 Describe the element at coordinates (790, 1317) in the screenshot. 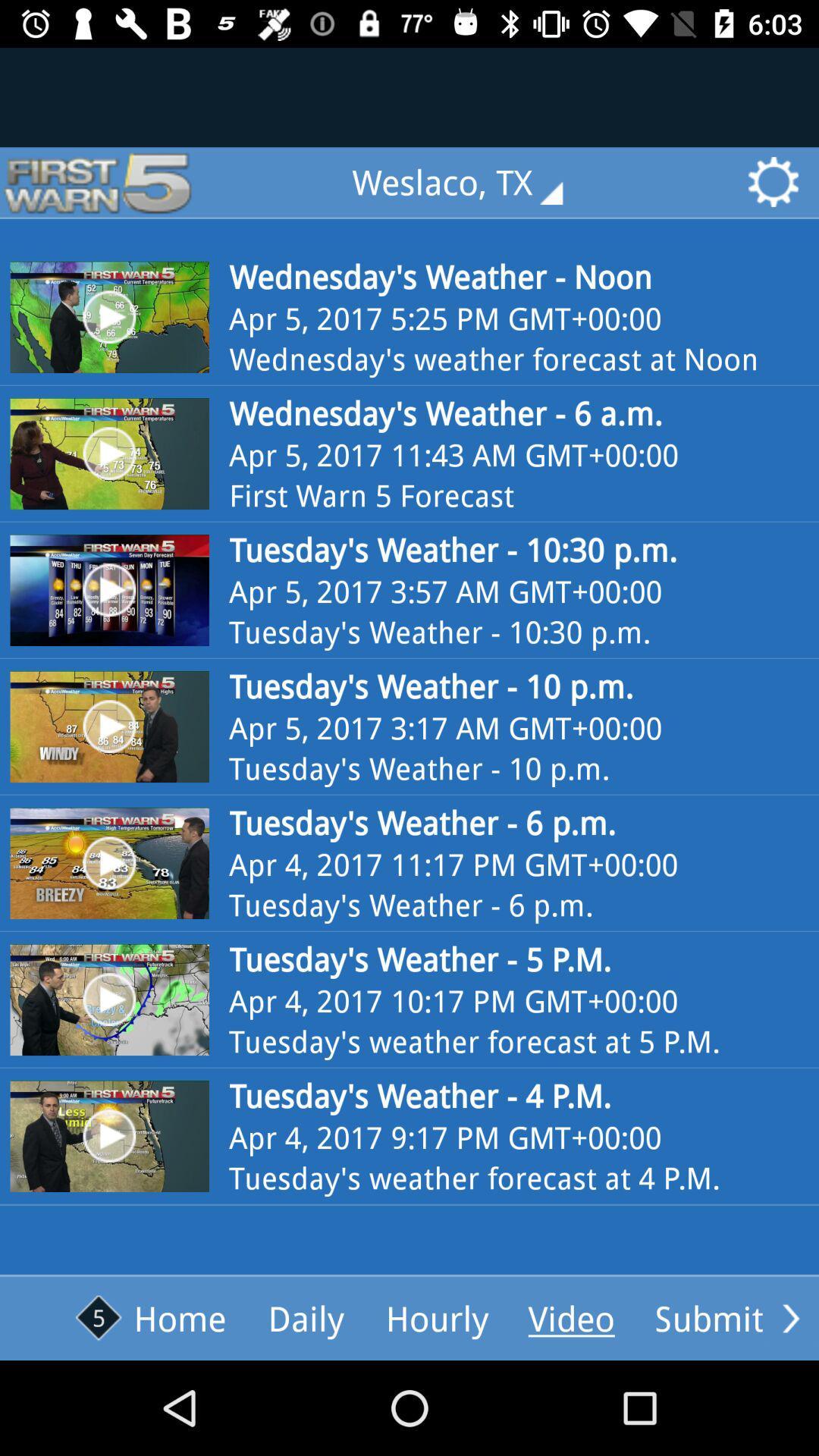

I see `the arrow_forward icon` at that location.